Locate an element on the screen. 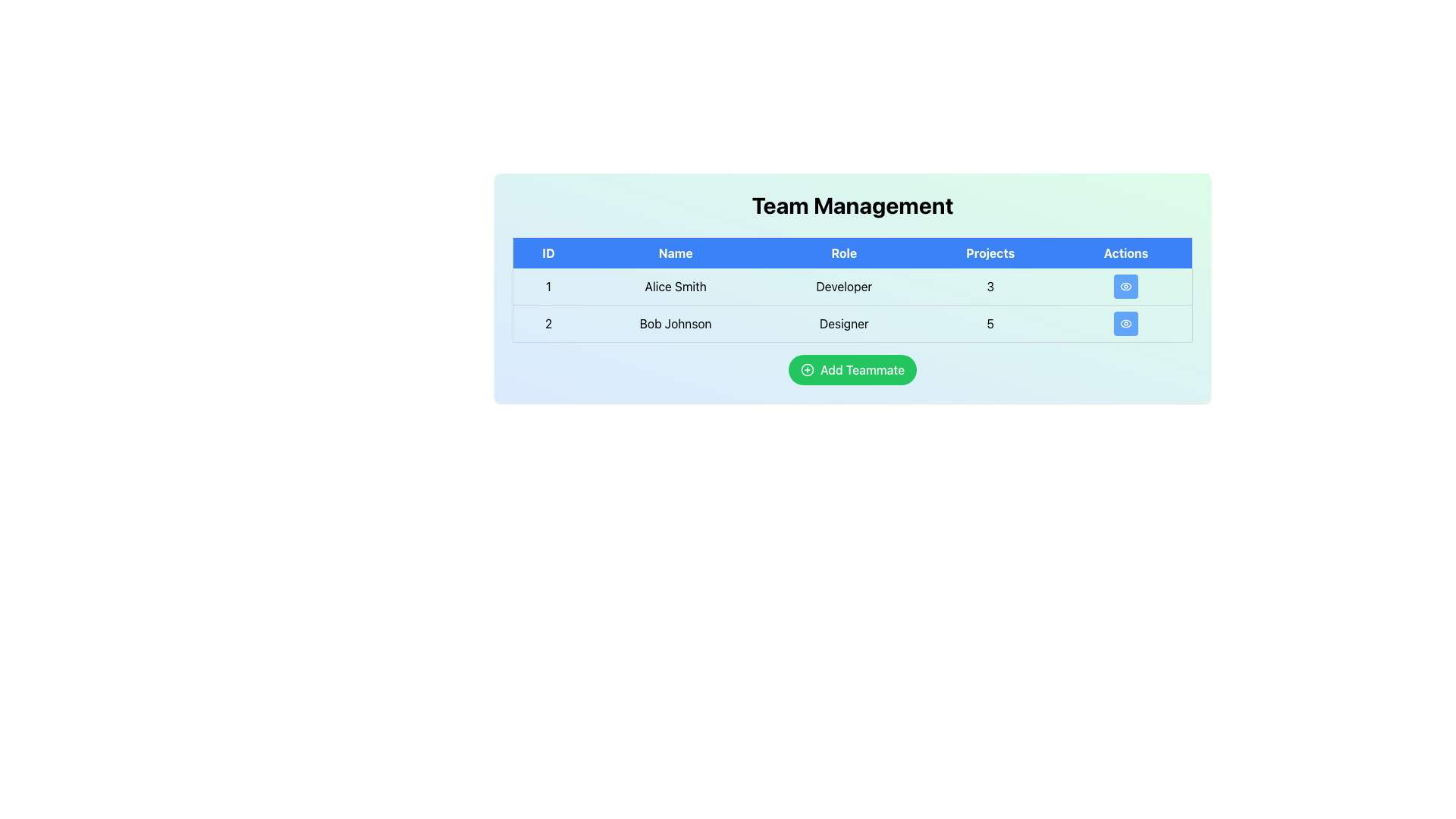 The height and width of the screenshot is (819, 1456). the blue button with a white eye icon located in the 'Actions' column for 'Alice Smith' is located at coordinates (1126, 287).